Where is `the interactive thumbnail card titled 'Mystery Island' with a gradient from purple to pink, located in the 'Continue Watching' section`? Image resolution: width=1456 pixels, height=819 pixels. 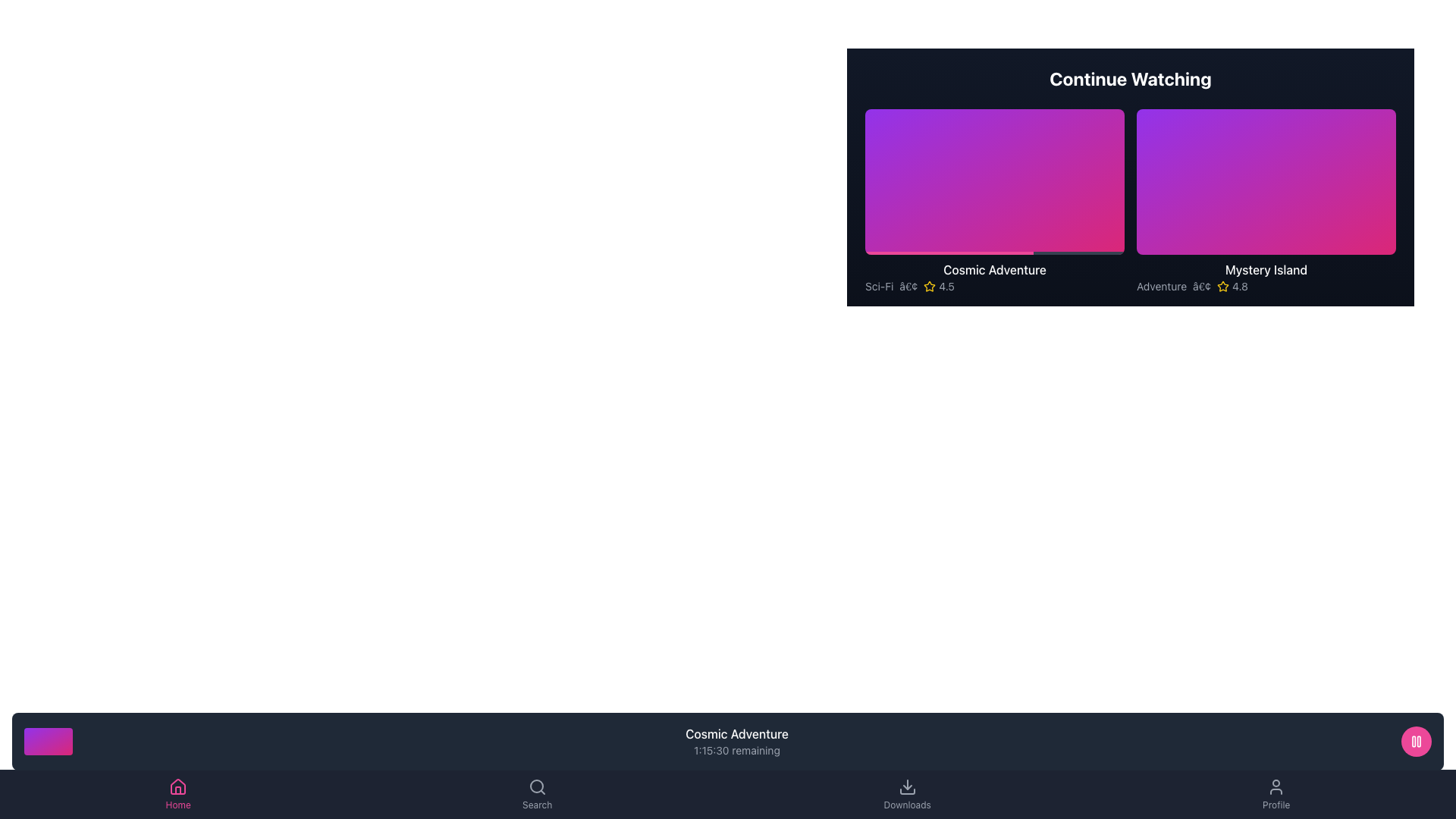
the interactive thumbnail card titled 'Mystery Island' with a gradient from purple to pink, located in the 'Continue Watching' section is located at coordinates (1266, 180).